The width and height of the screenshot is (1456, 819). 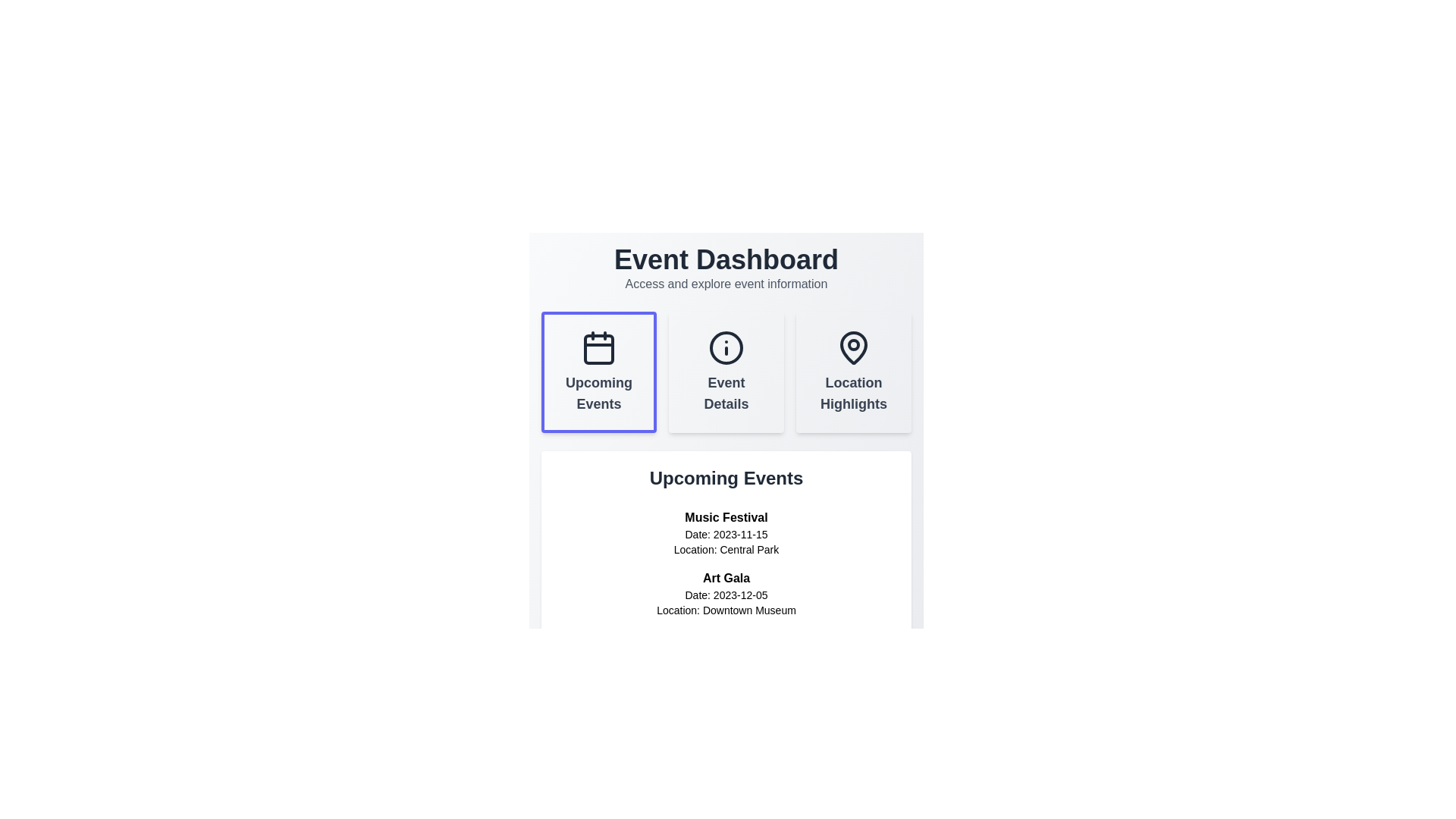 What do you see at coordinates (726, 268) in the screenshot?
I see `text content of the Header section, which provides the page title and a brief descriptive text informing users about its purpose` at bounding box center [726, 268].